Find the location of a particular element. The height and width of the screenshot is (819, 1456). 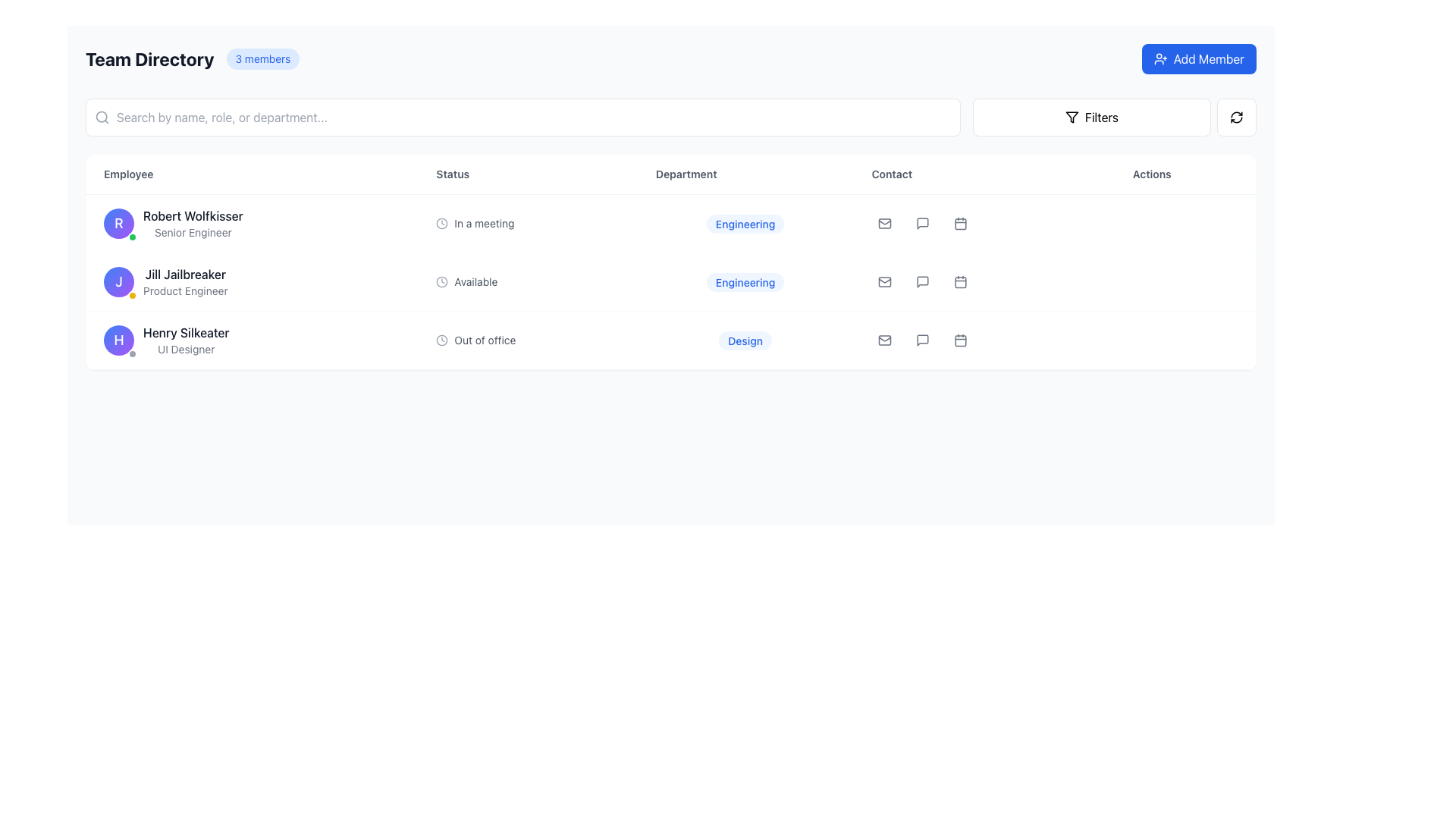

the small calendar icon in the actions section for 'Jill Jailbreaker' is located at coordinates (959, 281).